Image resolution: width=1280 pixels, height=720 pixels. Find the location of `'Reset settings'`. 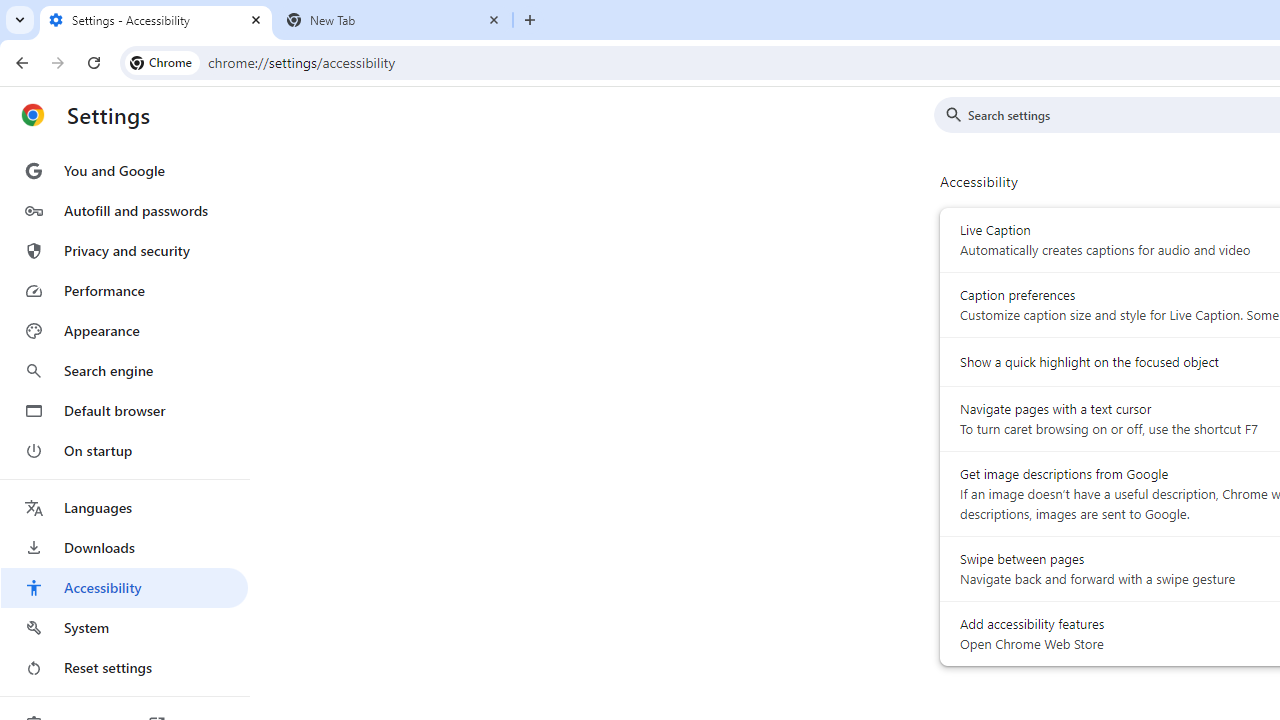

'Reset settings' is located at coordinates (123, 668).